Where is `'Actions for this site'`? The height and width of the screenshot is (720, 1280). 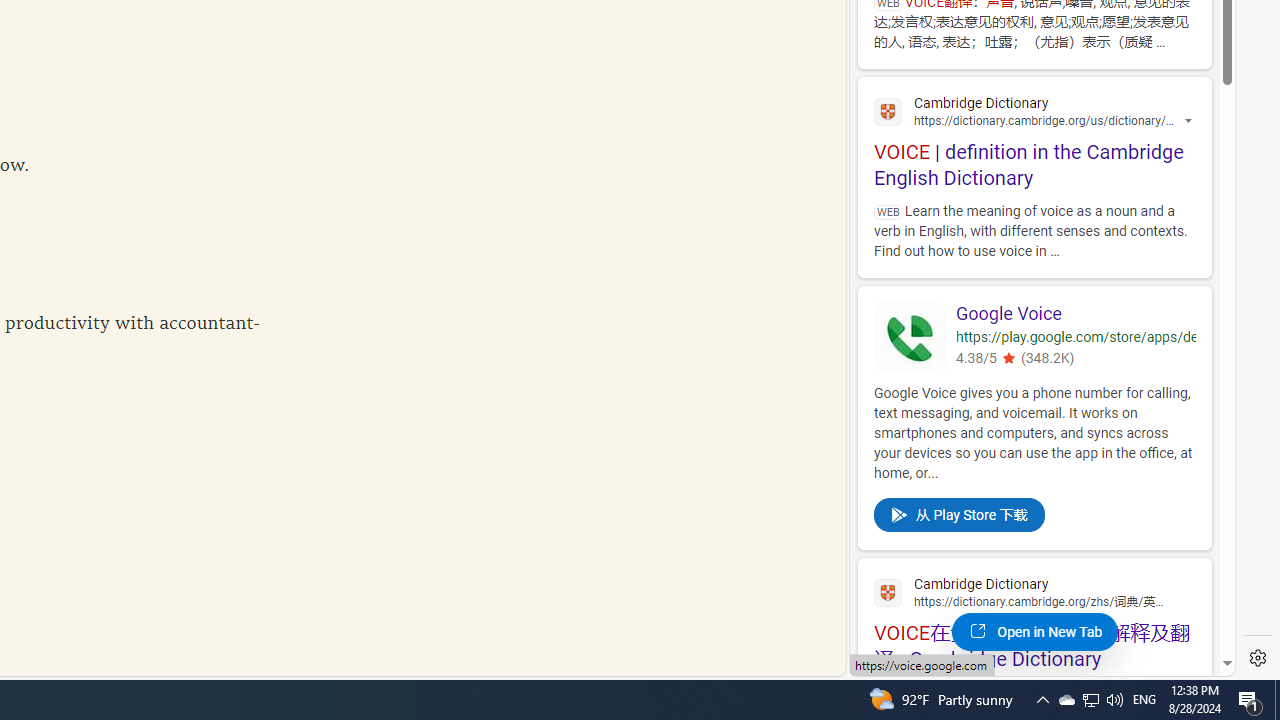
'Actions for this site' is located at coordinates (1190, 121).